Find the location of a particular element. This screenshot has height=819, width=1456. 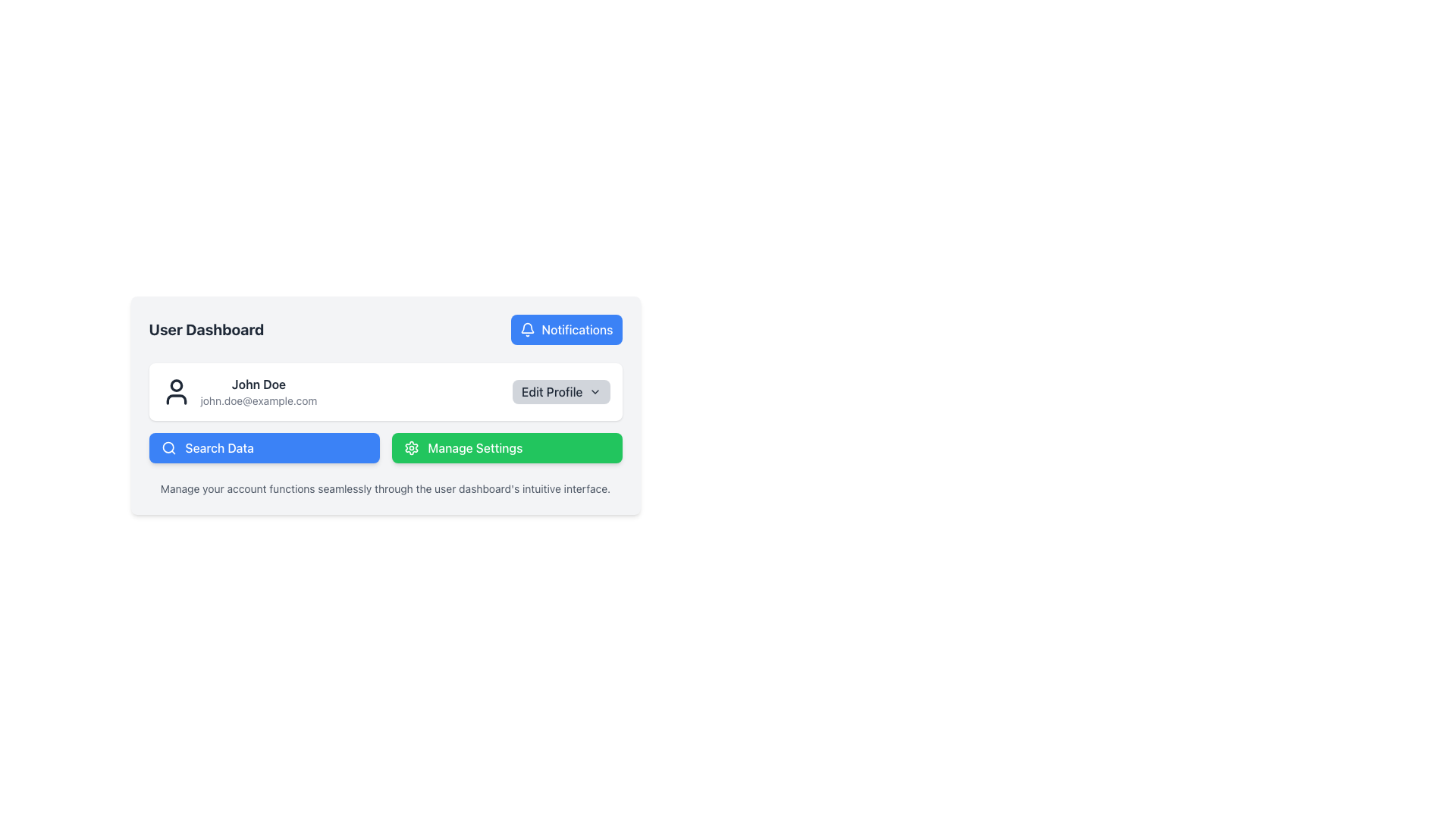

the Text display element that shows the name 'John Doe' and the email 'john.doe@example.com', located in the profile information section of the dashboard is located at coordinates (259, 391).